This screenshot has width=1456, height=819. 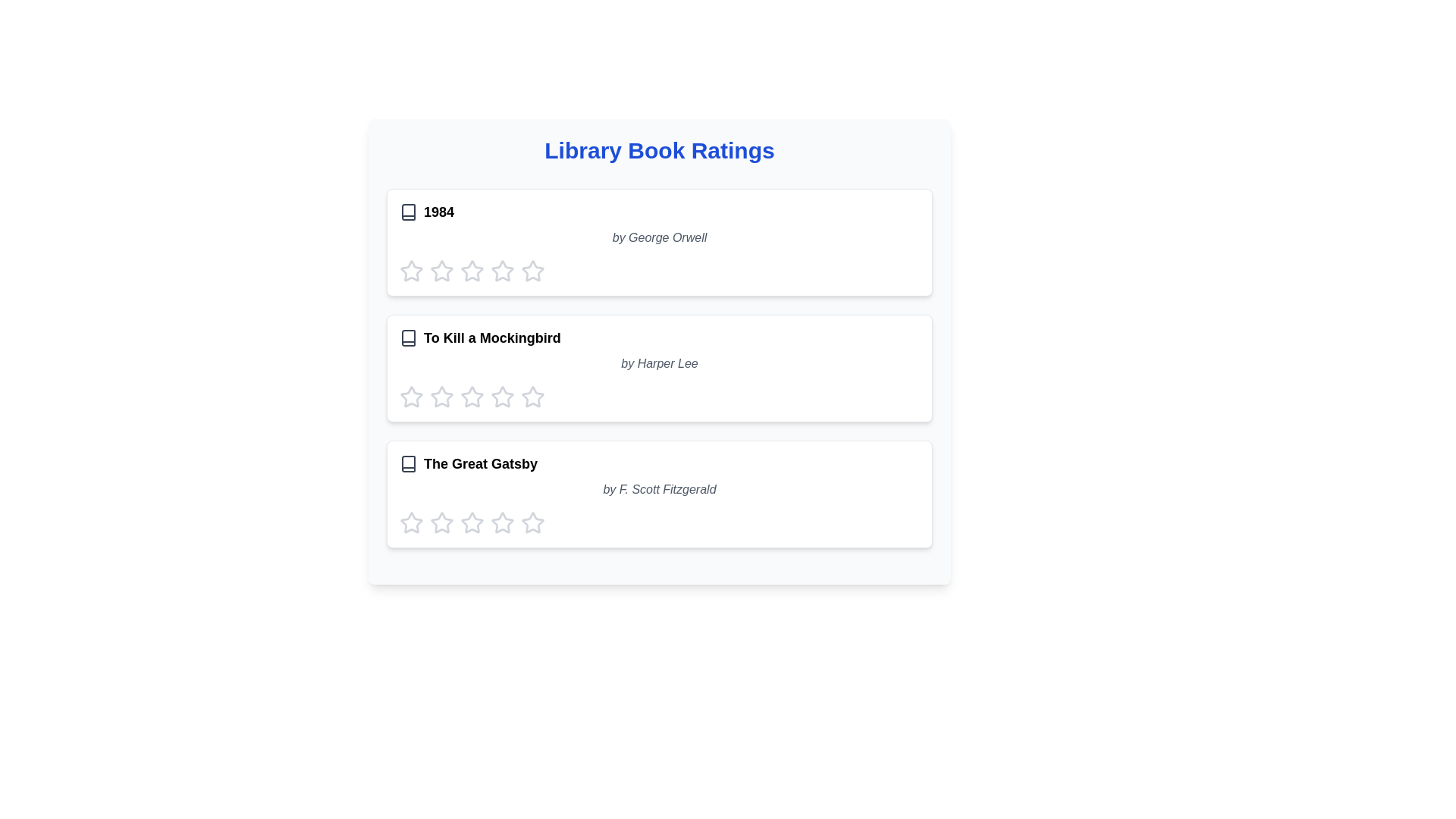 I want to click on the third star-shaped icon with a gray border and hollow interior, representing a rating for the book 'To Kill a Mockingbird' by Harper Lee, so click(x=441, y=397).